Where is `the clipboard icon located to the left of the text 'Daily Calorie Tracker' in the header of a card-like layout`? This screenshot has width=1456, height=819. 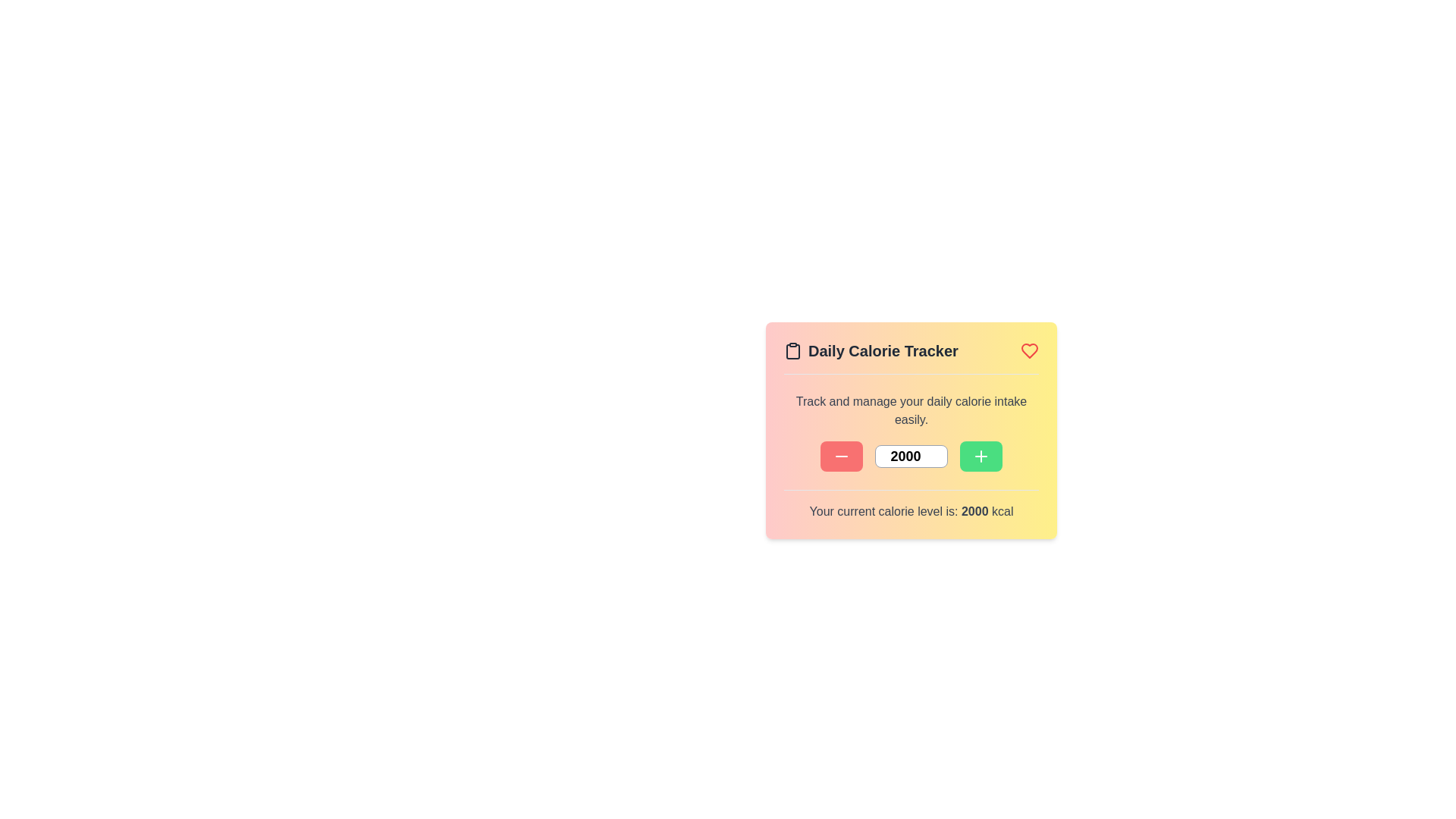
the clipboard icon located to the left of the text 'Daily Calorie Tracker' in the header of a card-like layout is located at coordinates (792, 350).